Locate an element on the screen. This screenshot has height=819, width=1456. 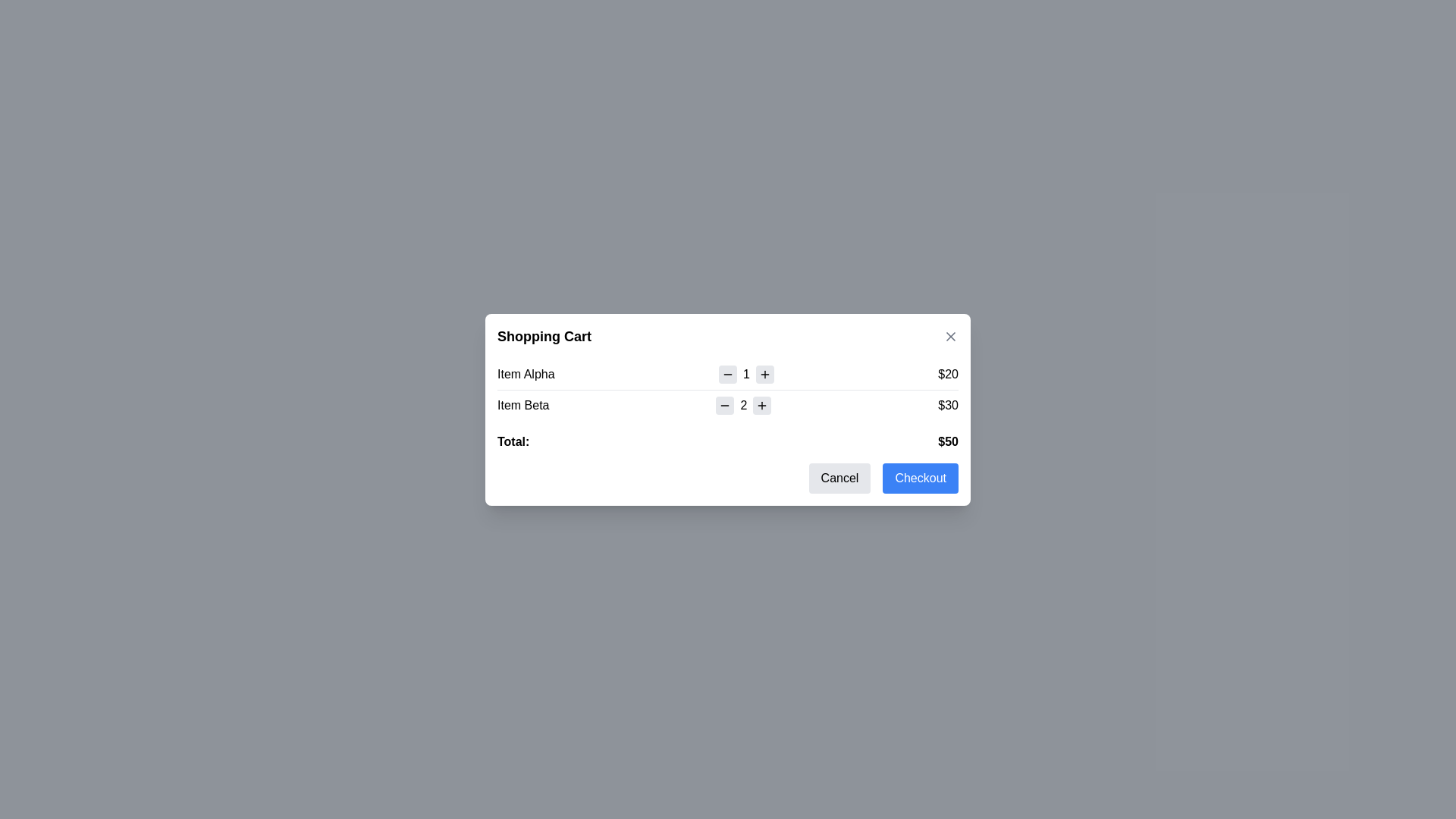
the text label displaying the total price for the items in the shopping cart, located on the rightmost end of the row labeled 'Total:' is located at coordinates (947, 441).